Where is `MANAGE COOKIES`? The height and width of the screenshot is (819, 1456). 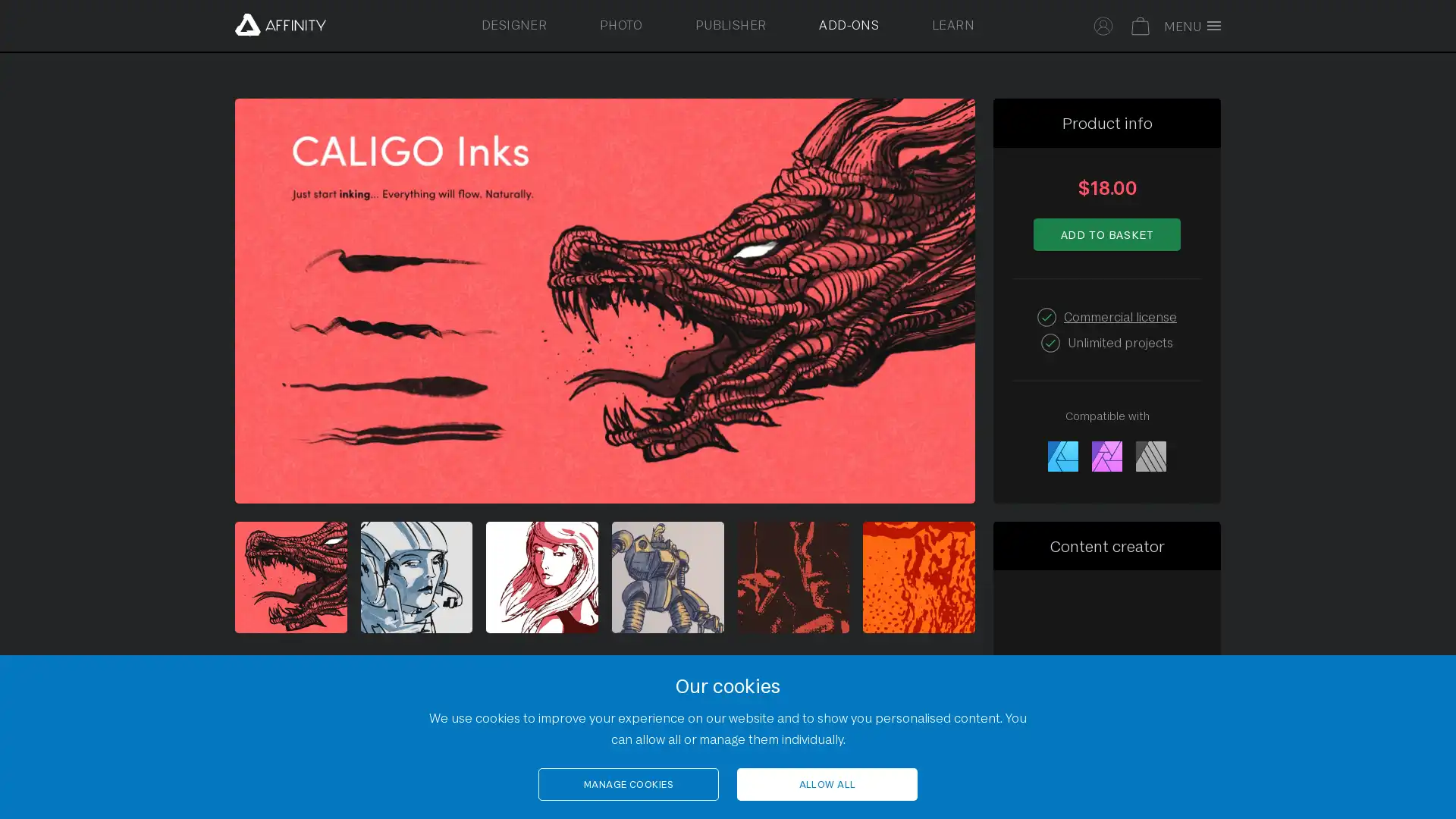 MANAGE COOKIES is located at coordinates (629, 784).